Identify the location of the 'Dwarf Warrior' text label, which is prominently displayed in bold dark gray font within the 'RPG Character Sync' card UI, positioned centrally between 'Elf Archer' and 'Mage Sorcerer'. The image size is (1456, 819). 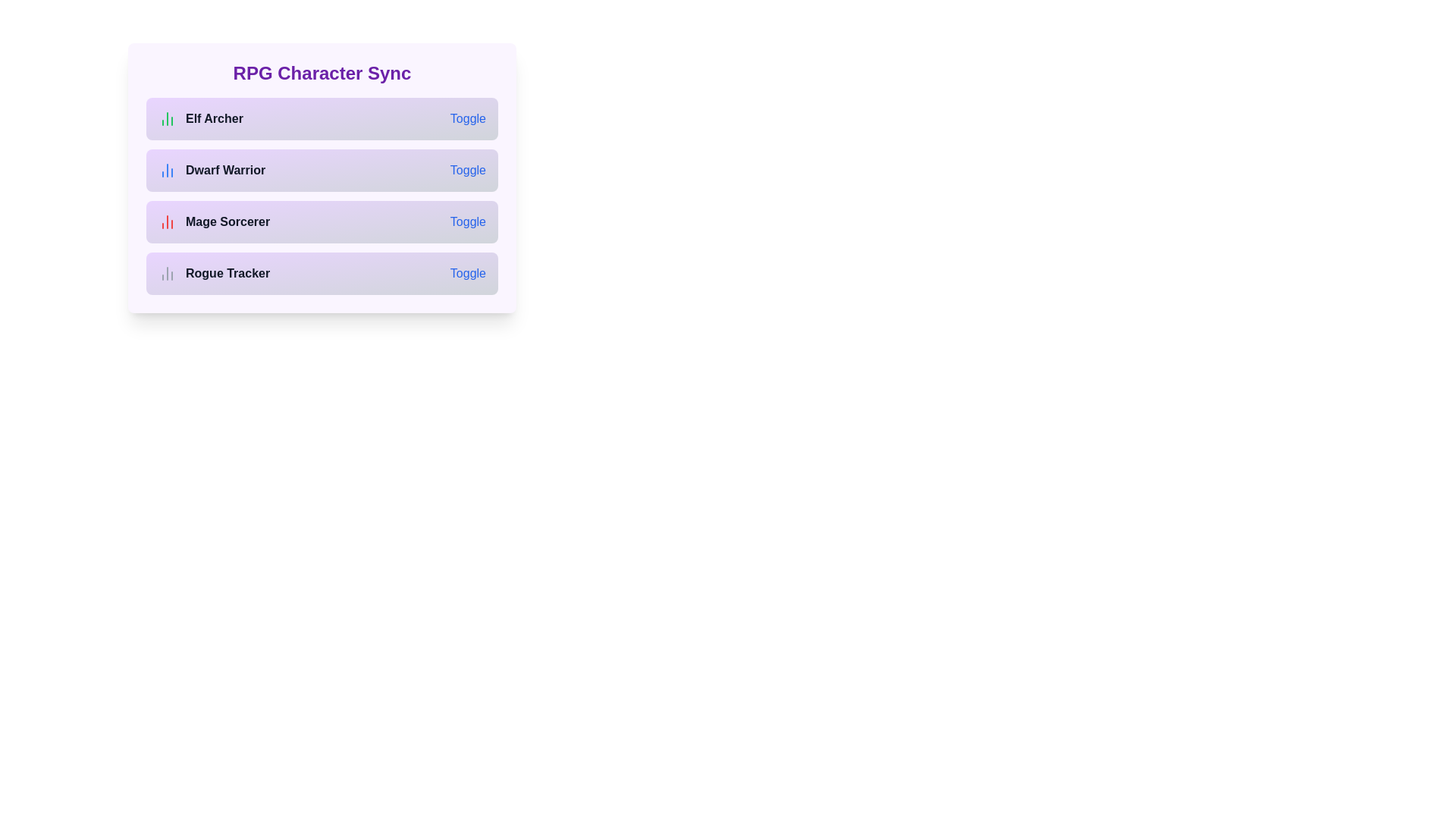
(224, 170).